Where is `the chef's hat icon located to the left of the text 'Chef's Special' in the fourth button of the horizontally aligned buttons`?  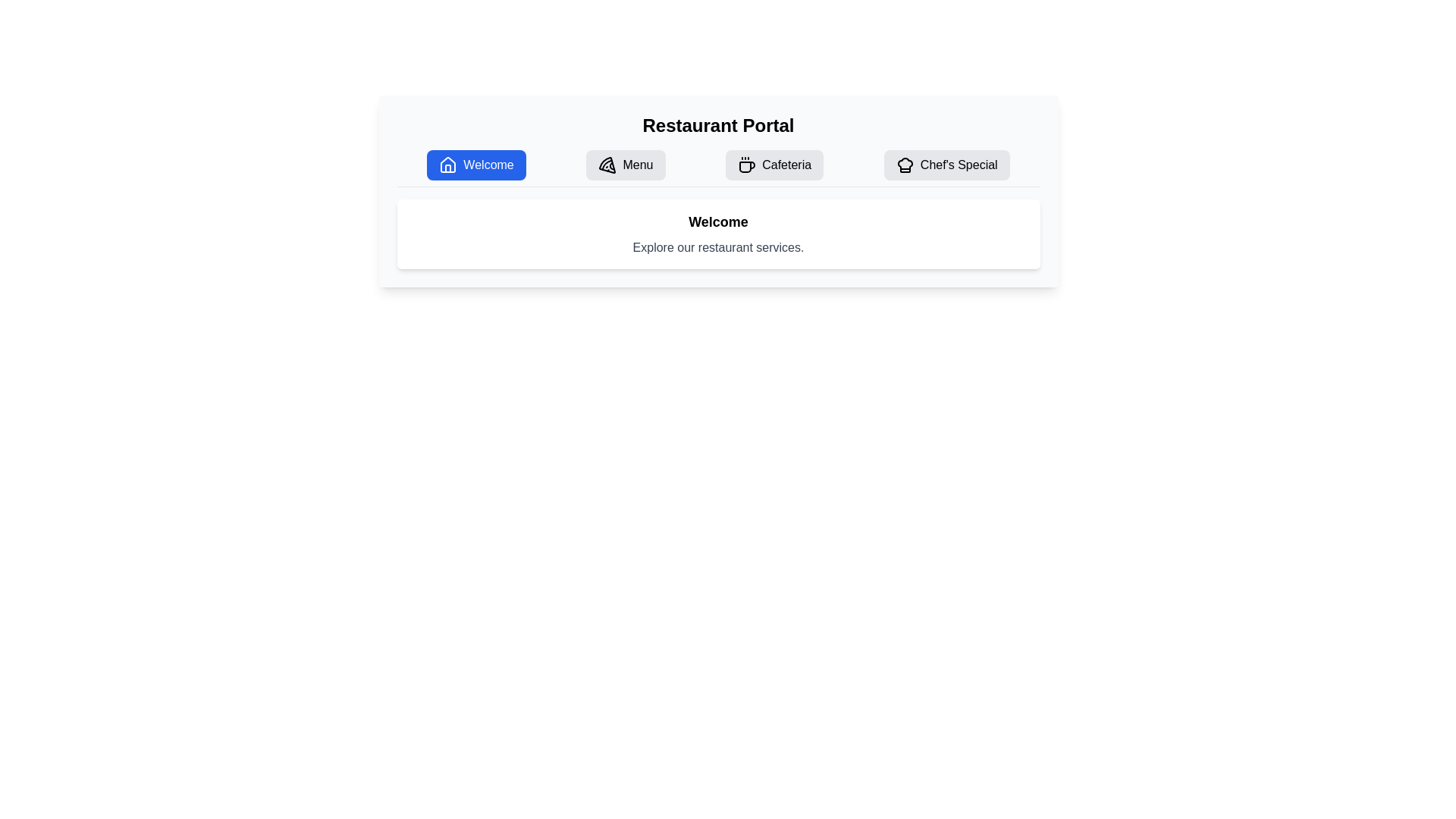
the chef's hat icon located to the left of the text 'Chef's Special' in the fourth button of the horizontally aligned buttons is located at coordinates (905, 165).